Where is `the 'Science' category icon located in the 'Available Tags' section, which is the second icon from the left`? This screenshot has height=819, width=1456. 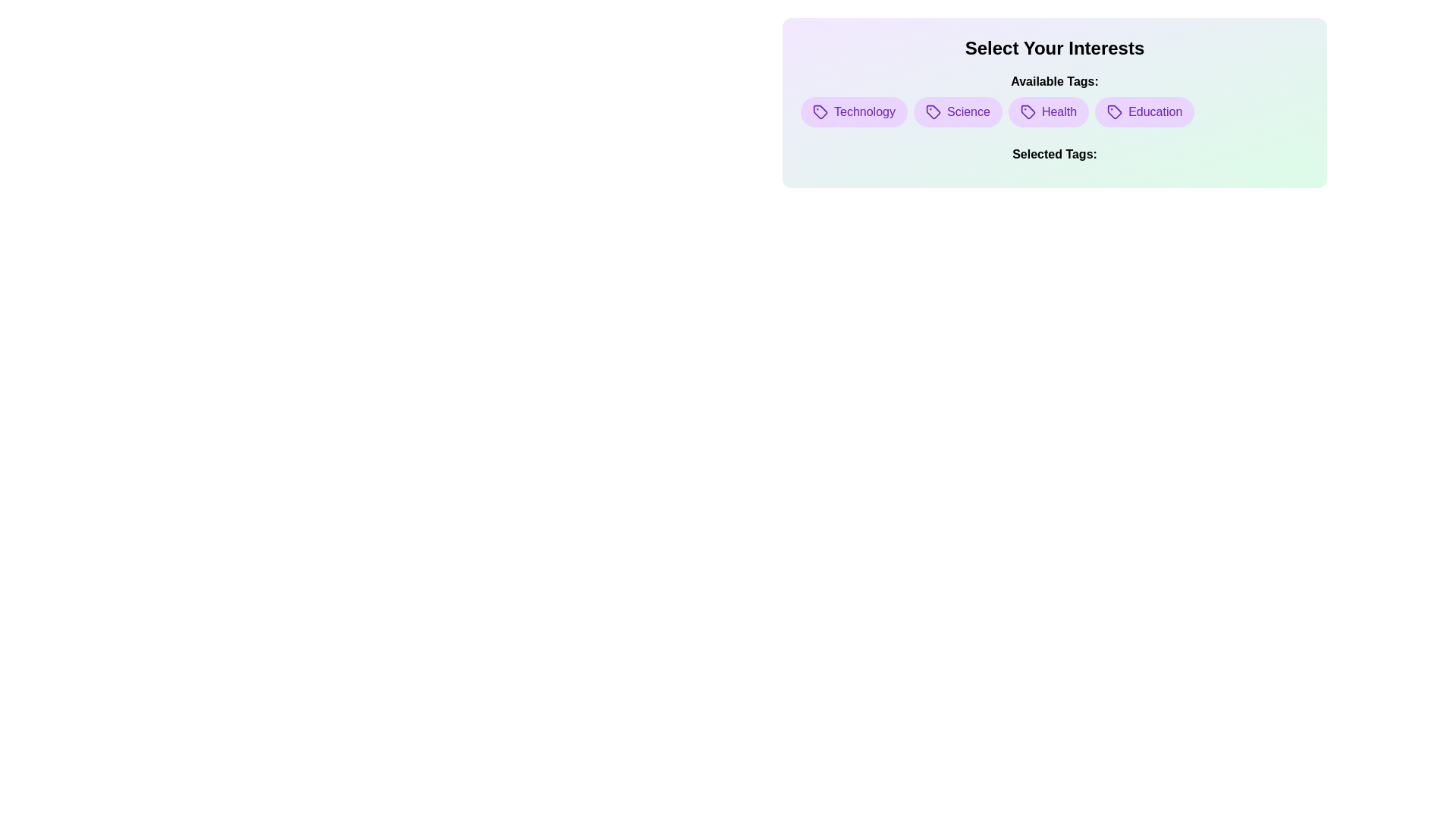
the 'Science' category icon located in the 'Available Tags' section, which is the second icon from the left is located at coordinates (932, 111).